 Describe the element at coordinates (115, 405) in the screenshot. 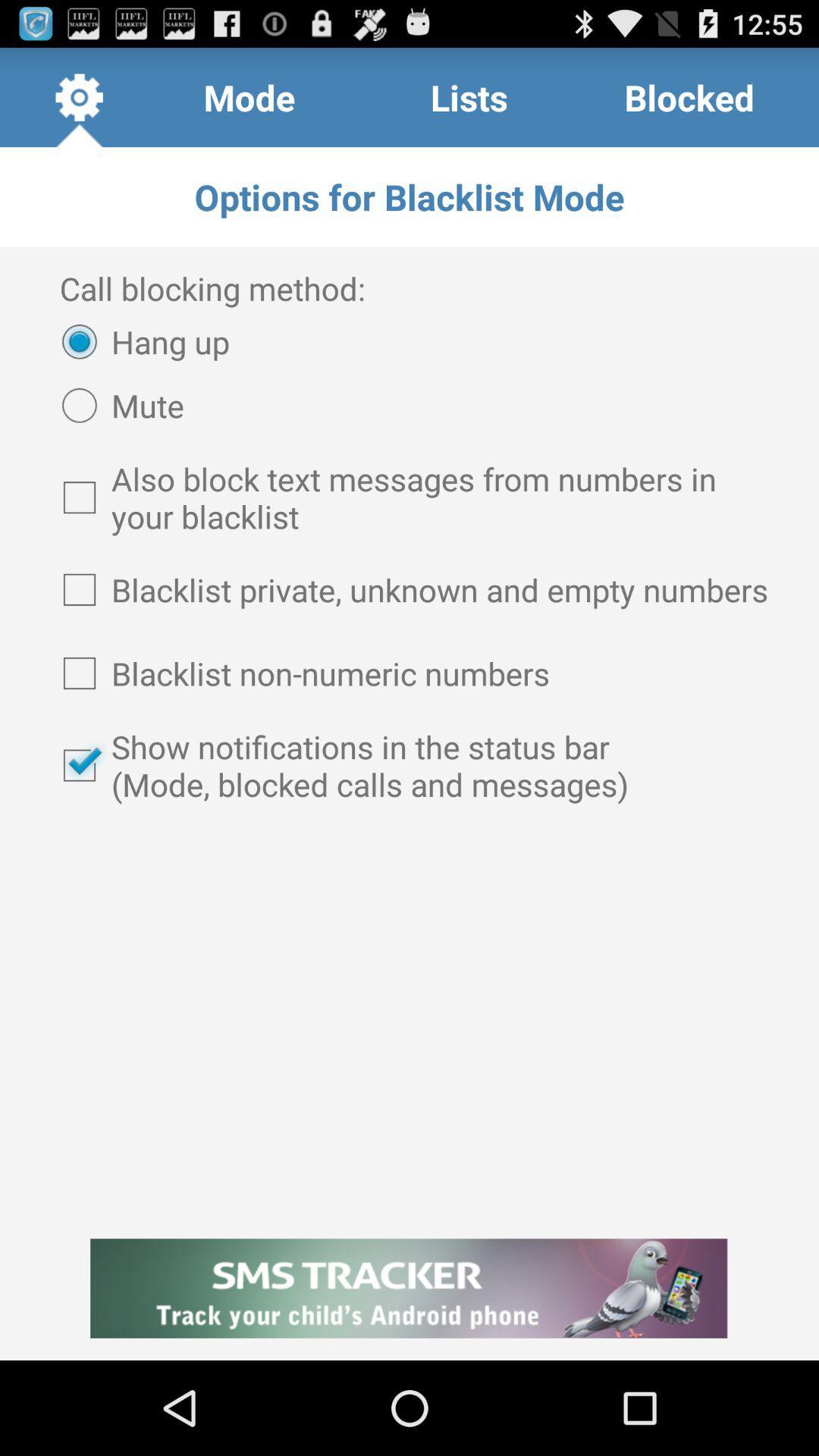

I see `the item below the hang up radio button` at that location.